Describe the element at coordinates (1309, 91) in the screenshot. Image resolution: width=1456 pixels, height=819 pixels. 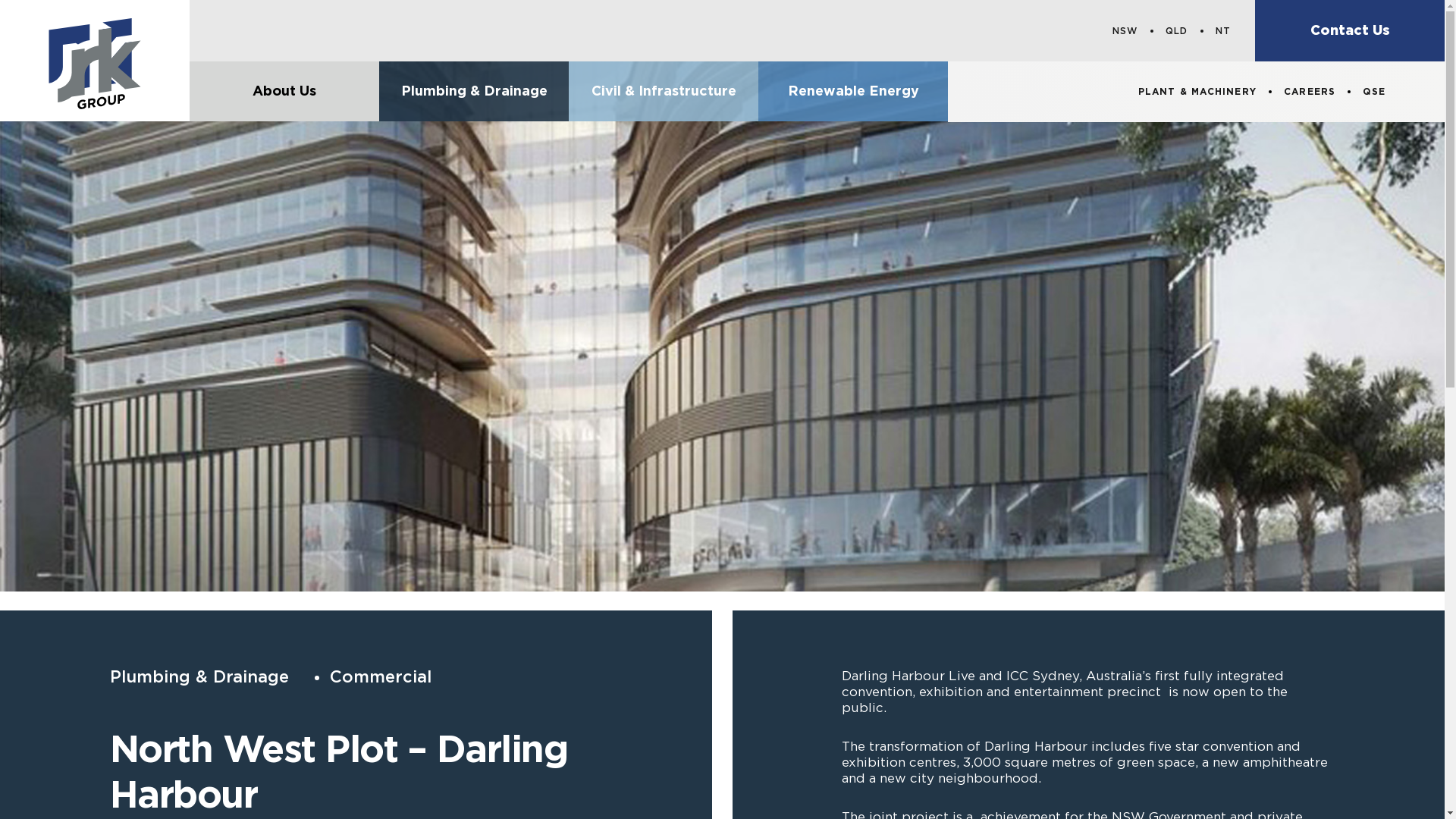
I see `'CAREERS'` at that location.